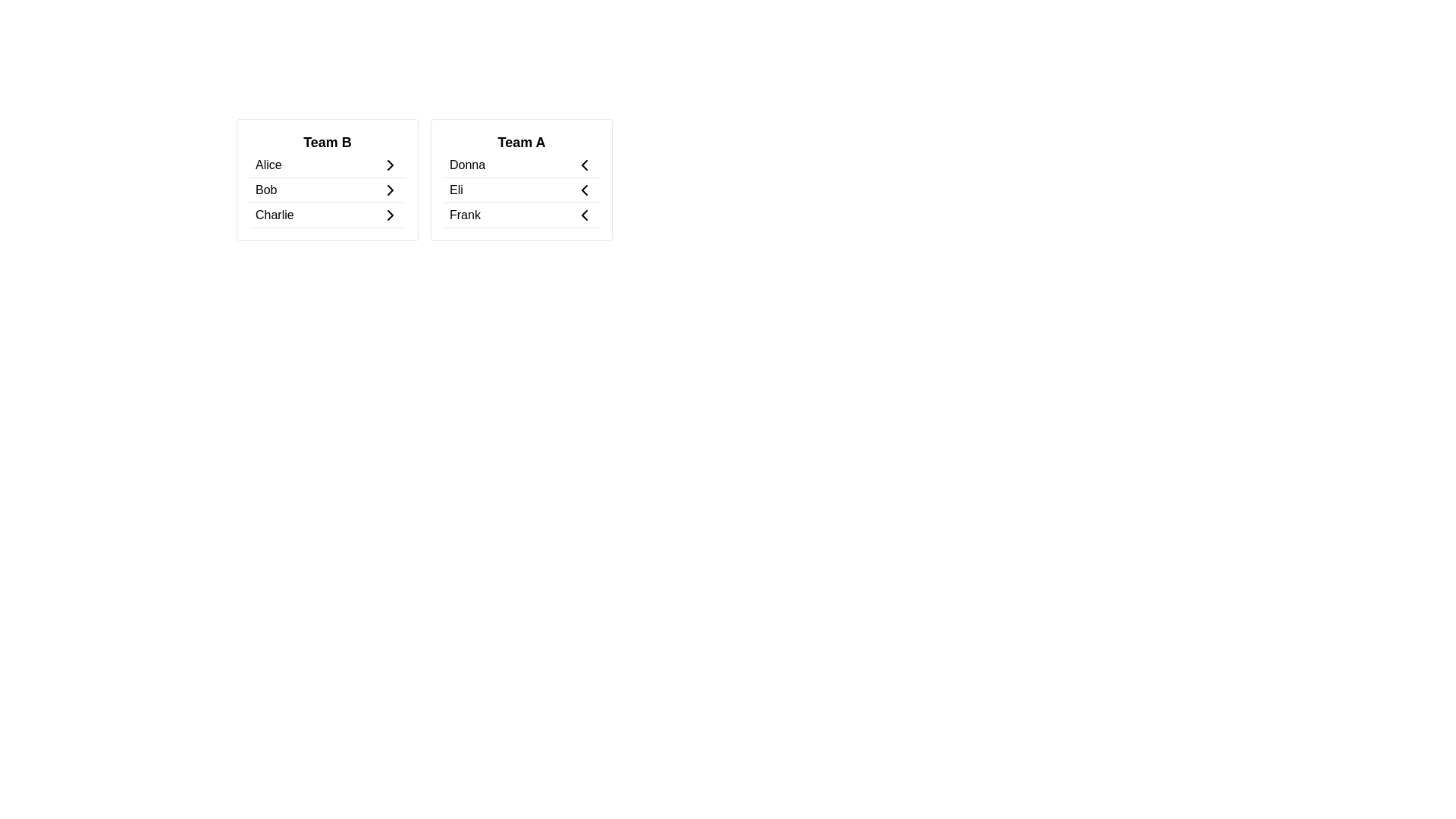  Describe the element at coordinates (327, 215) in the screenshot. I see `the team member entry Charlie` at that location.